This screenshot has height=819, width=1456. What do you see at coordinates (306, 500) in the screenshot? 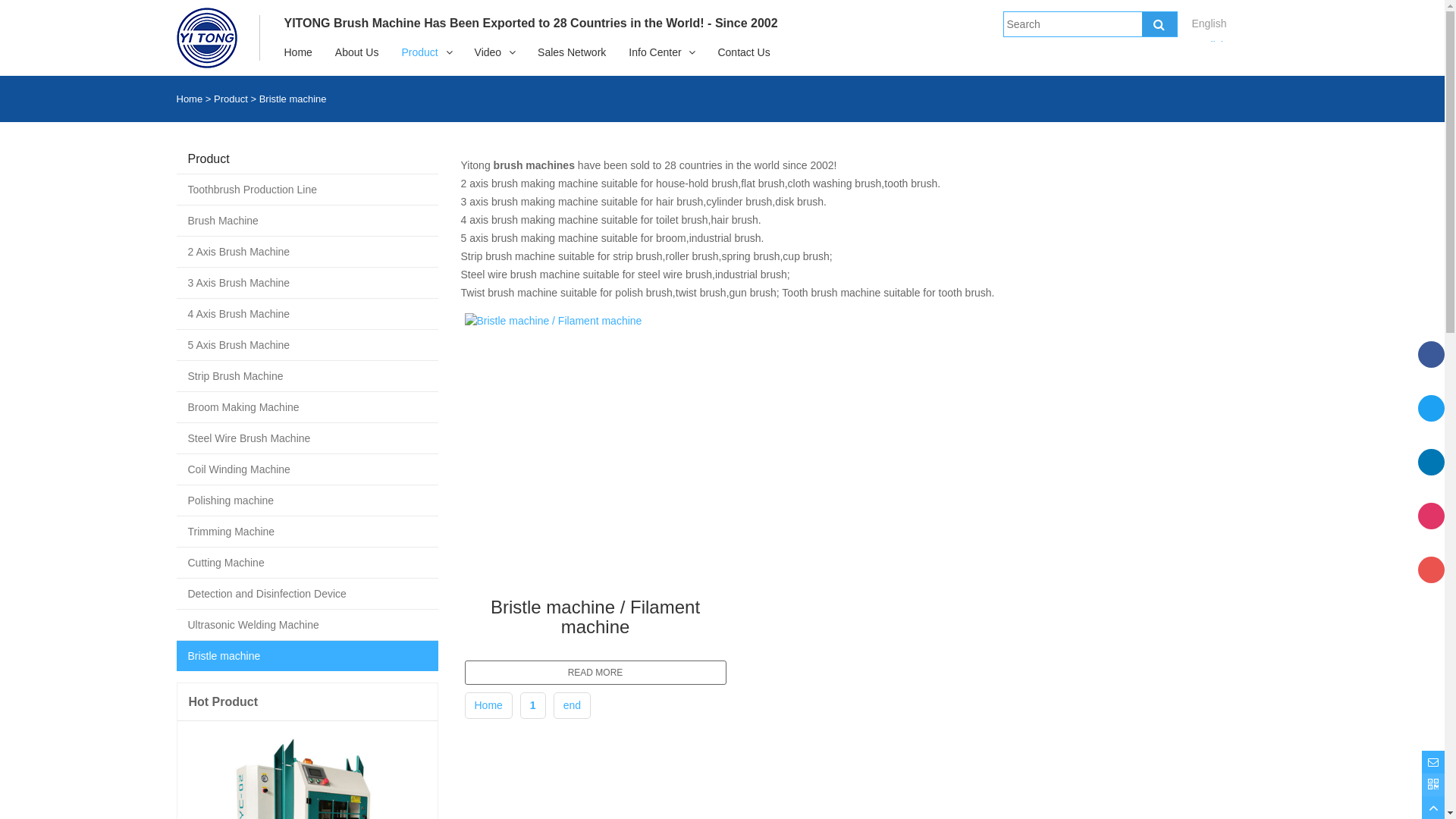
I see `'Polishing machine'` at bounding box center [306, 500].